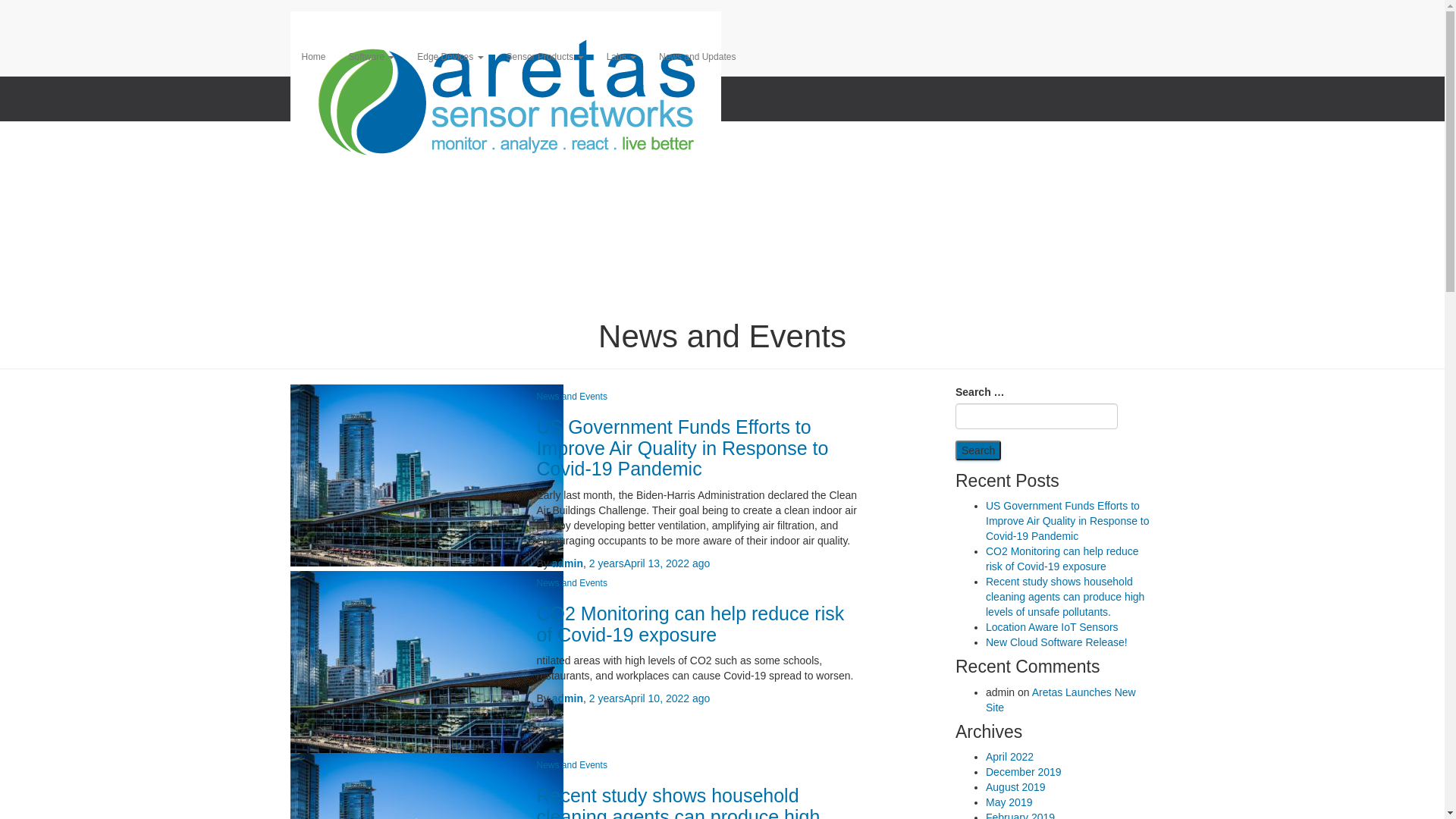 This screenshot has width=1456, height=819. What do you see at coordinates (449, 55) in the screenshot?
I see `'Edge Devices'` at bounding box center [449, 55].